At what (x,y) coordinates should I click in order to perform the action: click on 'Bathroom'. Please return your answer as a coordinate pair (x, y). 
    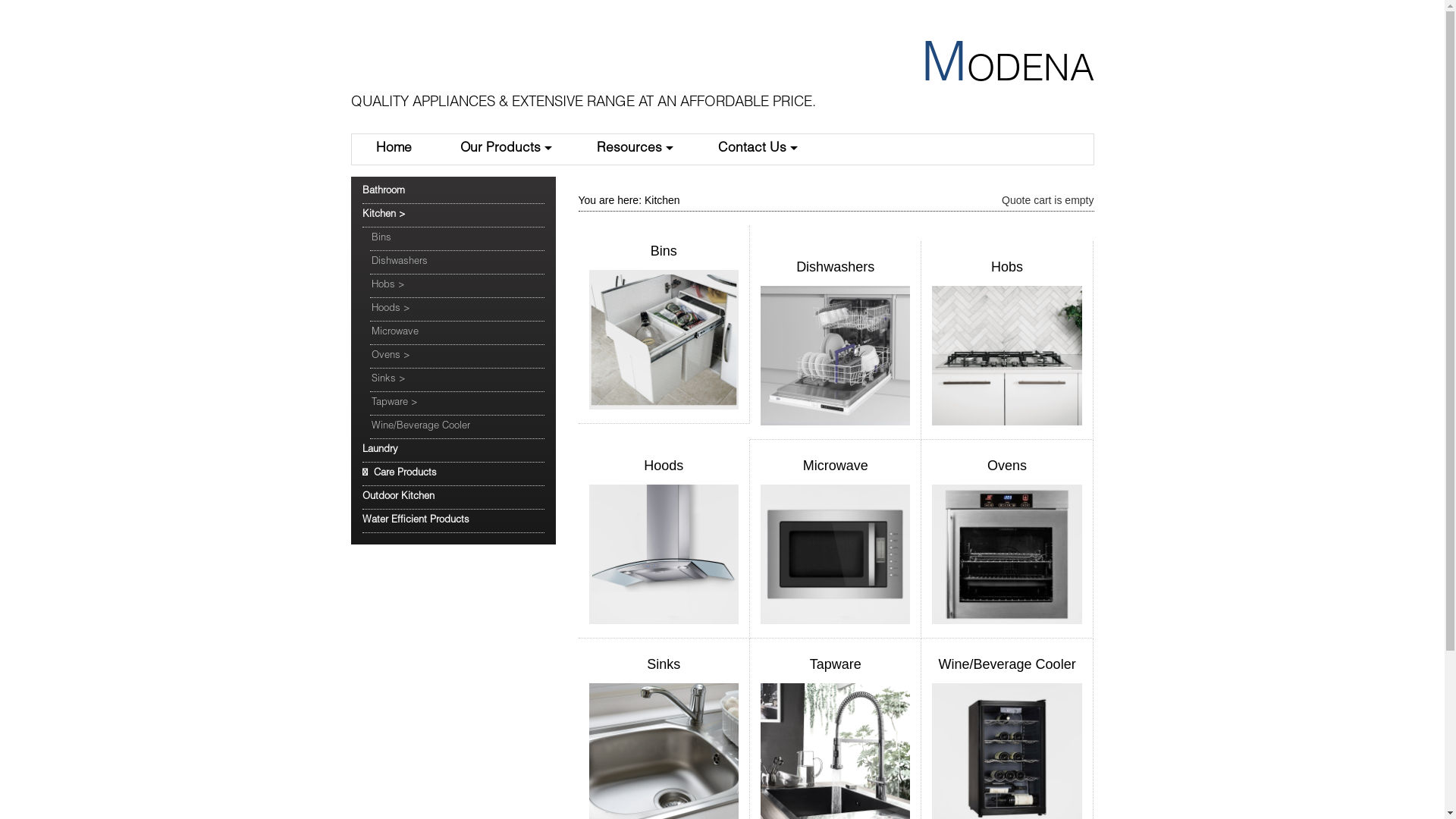
    Looking at the image, I should click on (362, 191).